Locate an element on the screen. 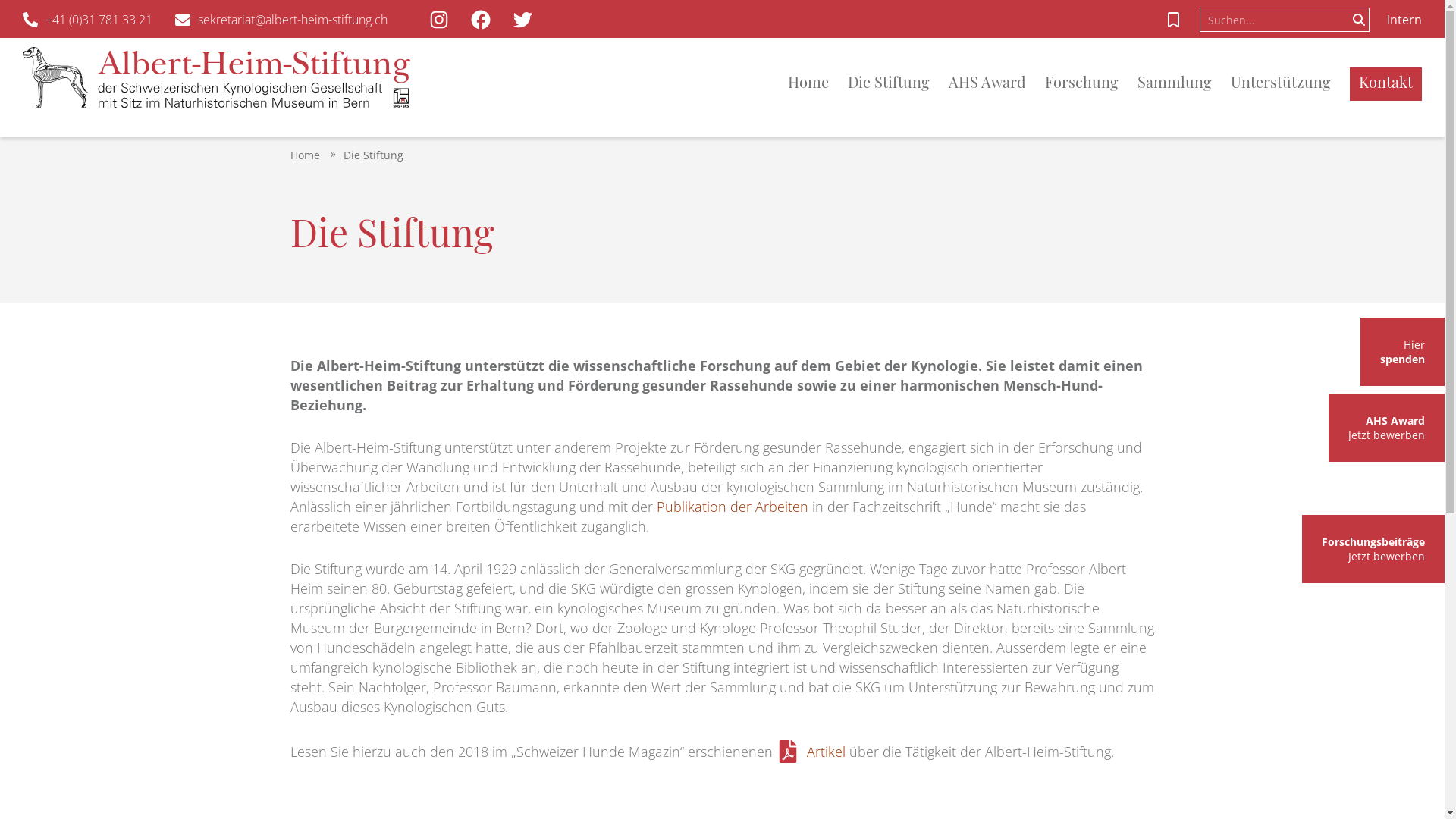 The width and height of the screenshot is (1456, 819). 'Publikation der Arbeiten' is located at coordinates (732, 506).